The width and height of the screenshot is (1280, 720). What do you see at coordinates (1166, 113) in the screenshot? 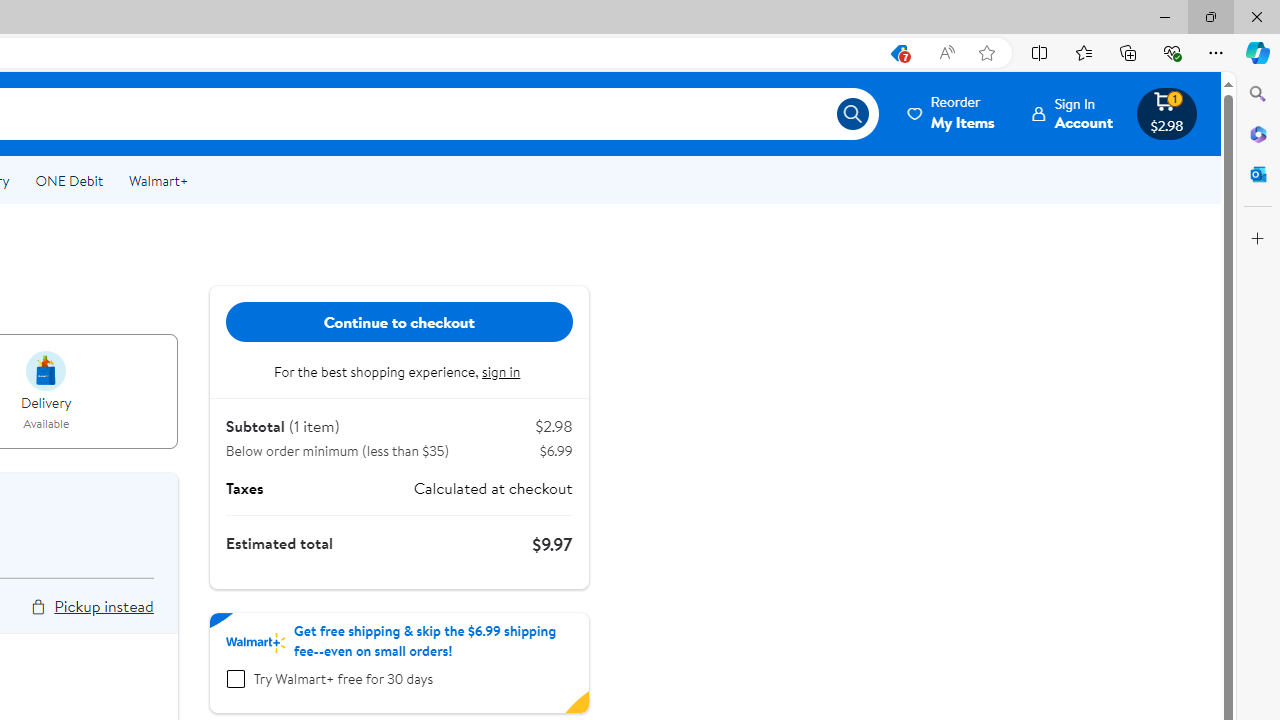
I see `'Cart contains 1 item Total Amount $2.98'` at bounding box center [1166, 113].